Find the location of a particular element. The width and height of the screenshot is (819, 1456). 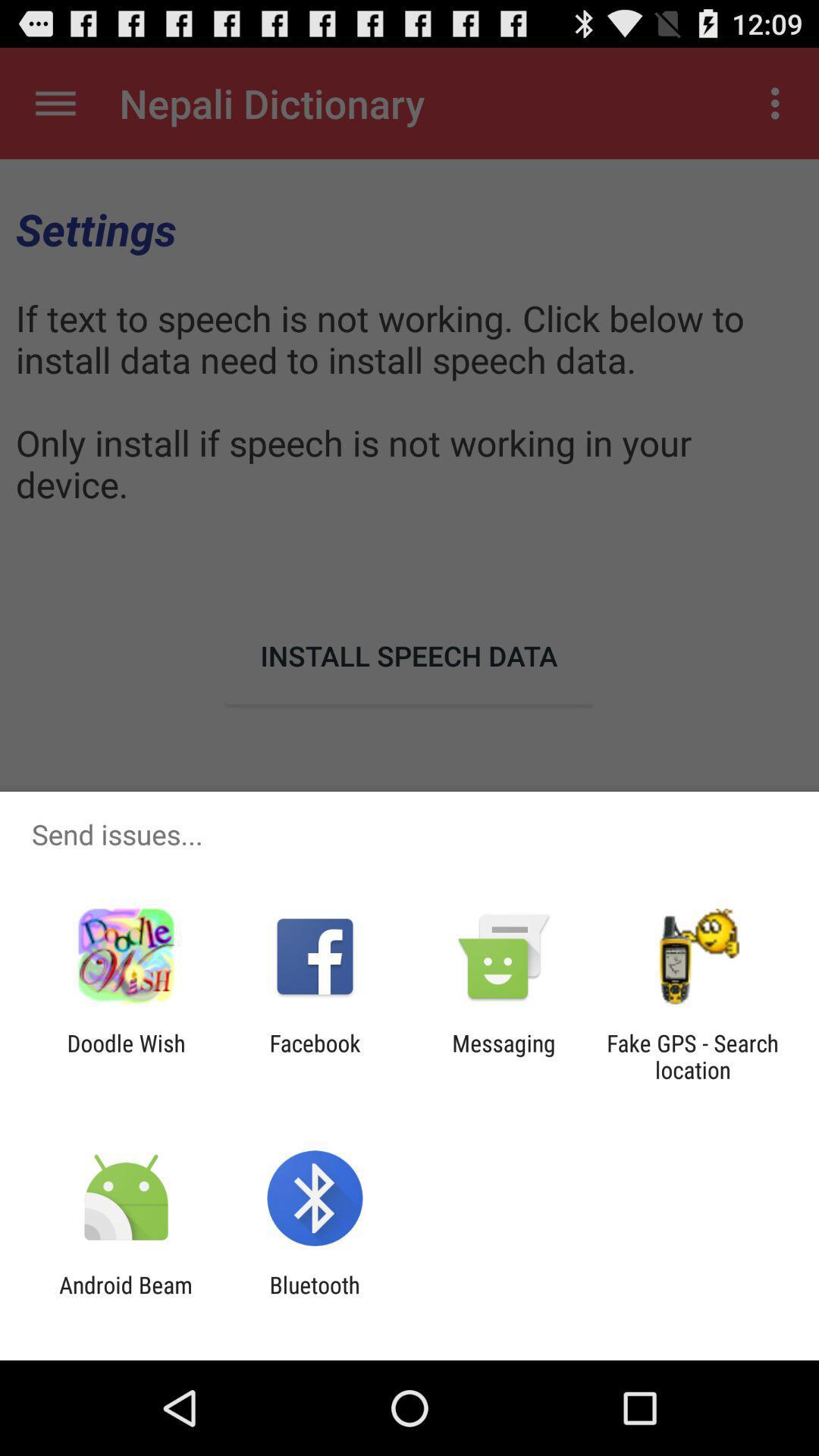

item to the left of messaging is located at coordinates (314, 1056).